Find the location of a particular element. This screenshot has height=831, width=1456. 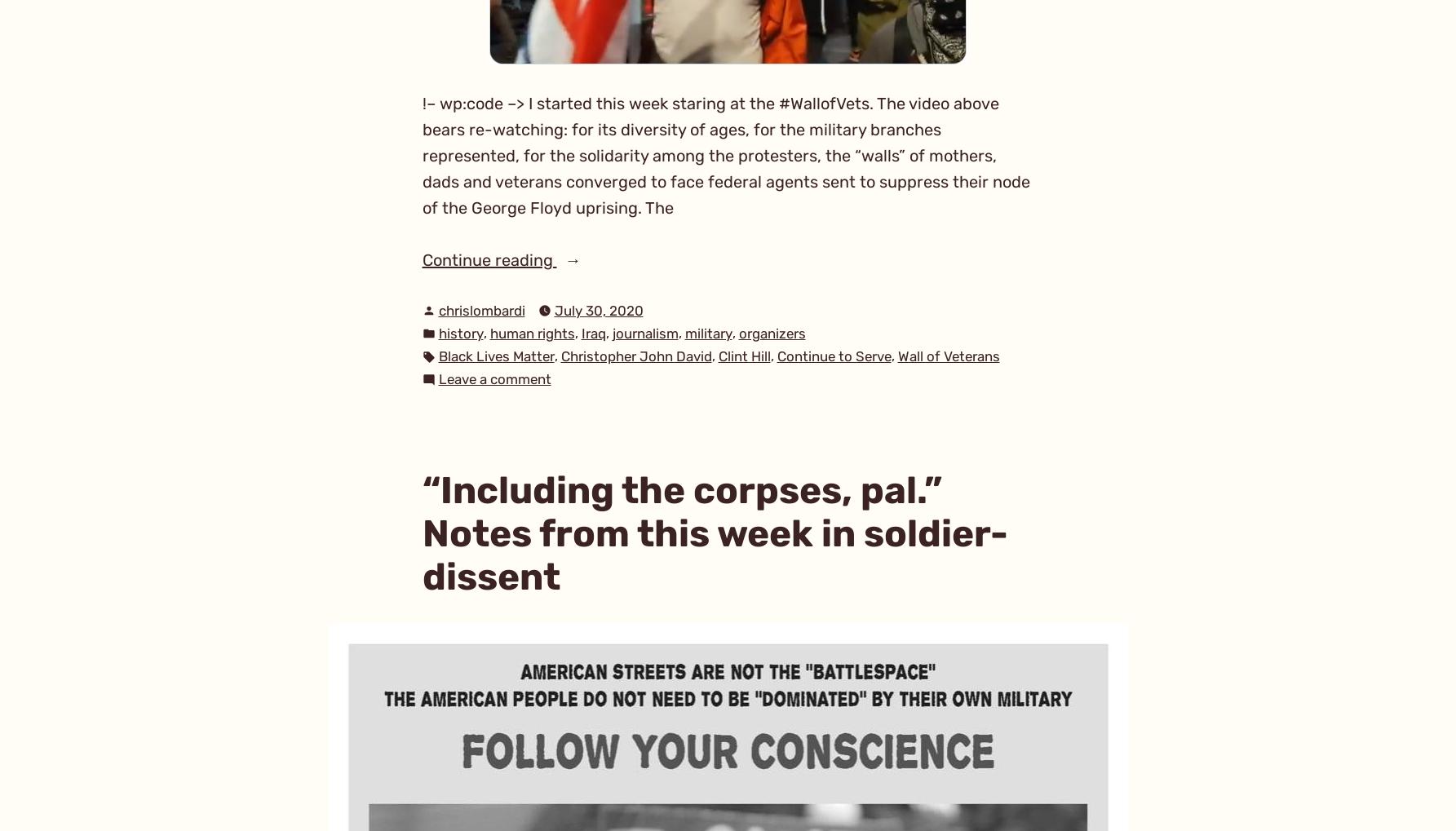

'Christopher John David' is located at coordinates (635, 356).